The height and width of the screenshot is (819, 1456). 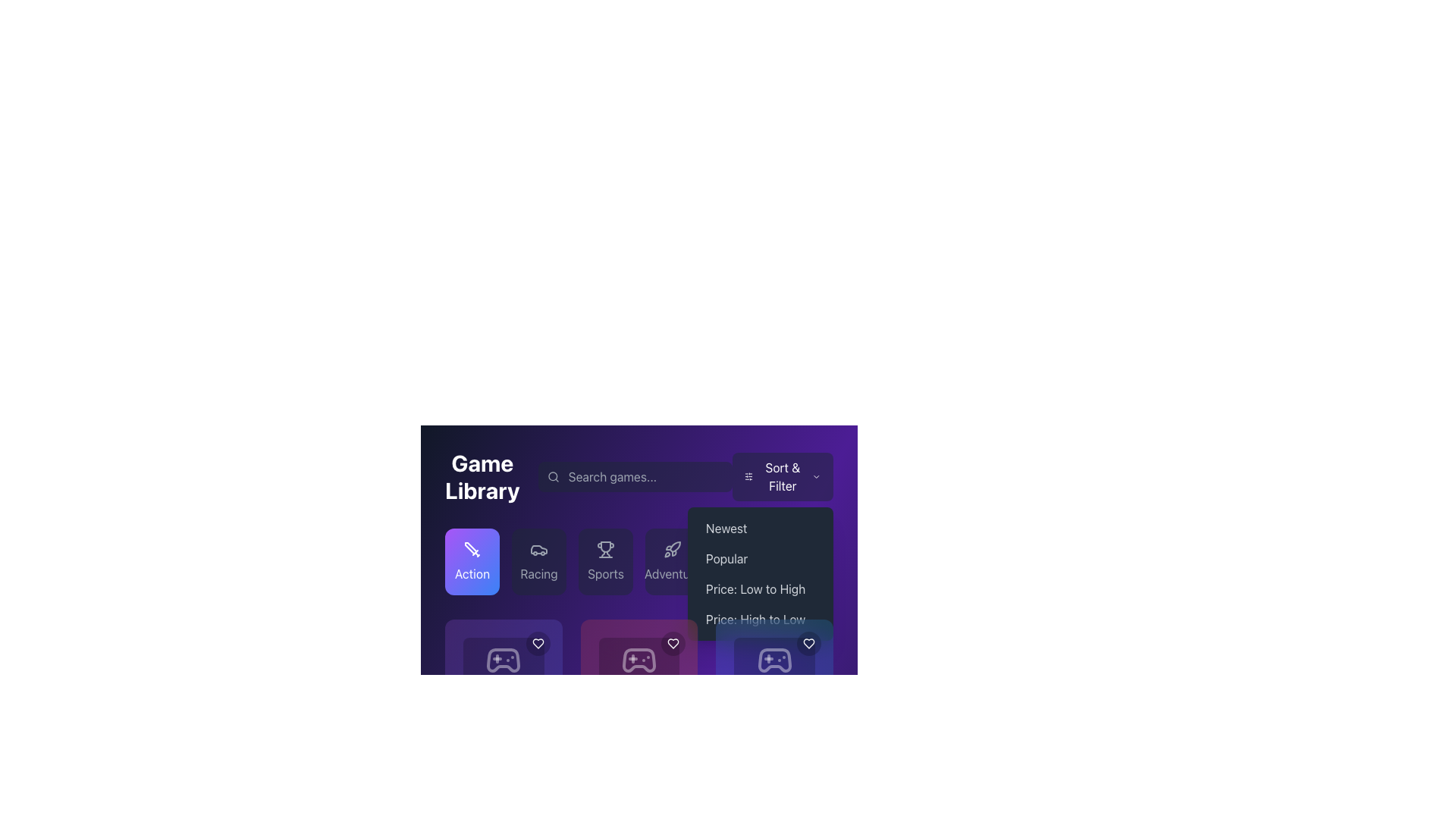 What do you see at coordinates (673, 643) in the screenshot?
I see `the heart-shaped icon outlined in white within a dark circular button located on the right side of the middle game card in the grid layout` at bounding box center [673, 643].